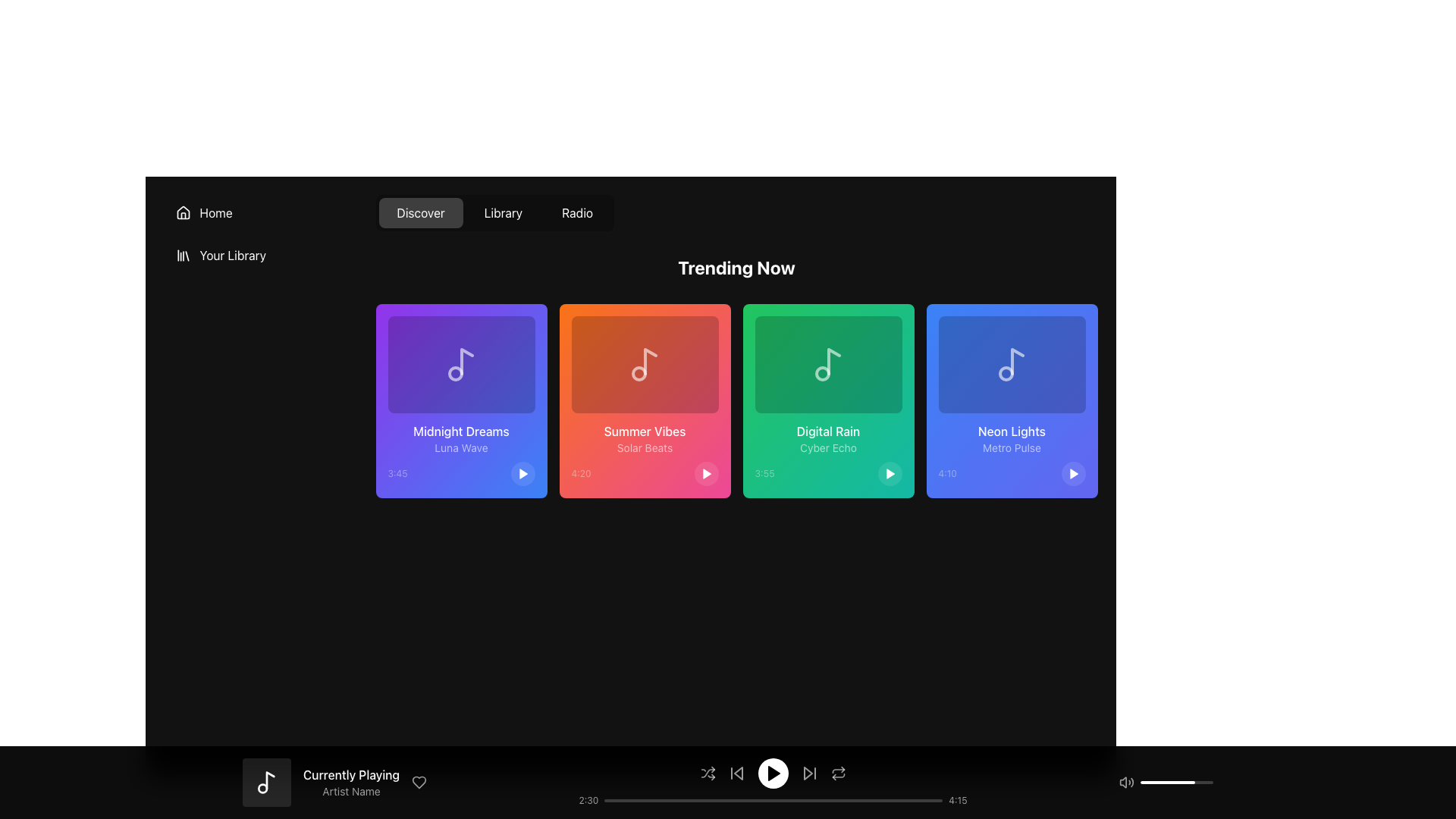  What do you see at coordinates (764, 472) in the screenshot?
I see `the textual label displaying the time '3:55' within the green card labeled 'Digital Rain'` at bounding box center [764, 472].